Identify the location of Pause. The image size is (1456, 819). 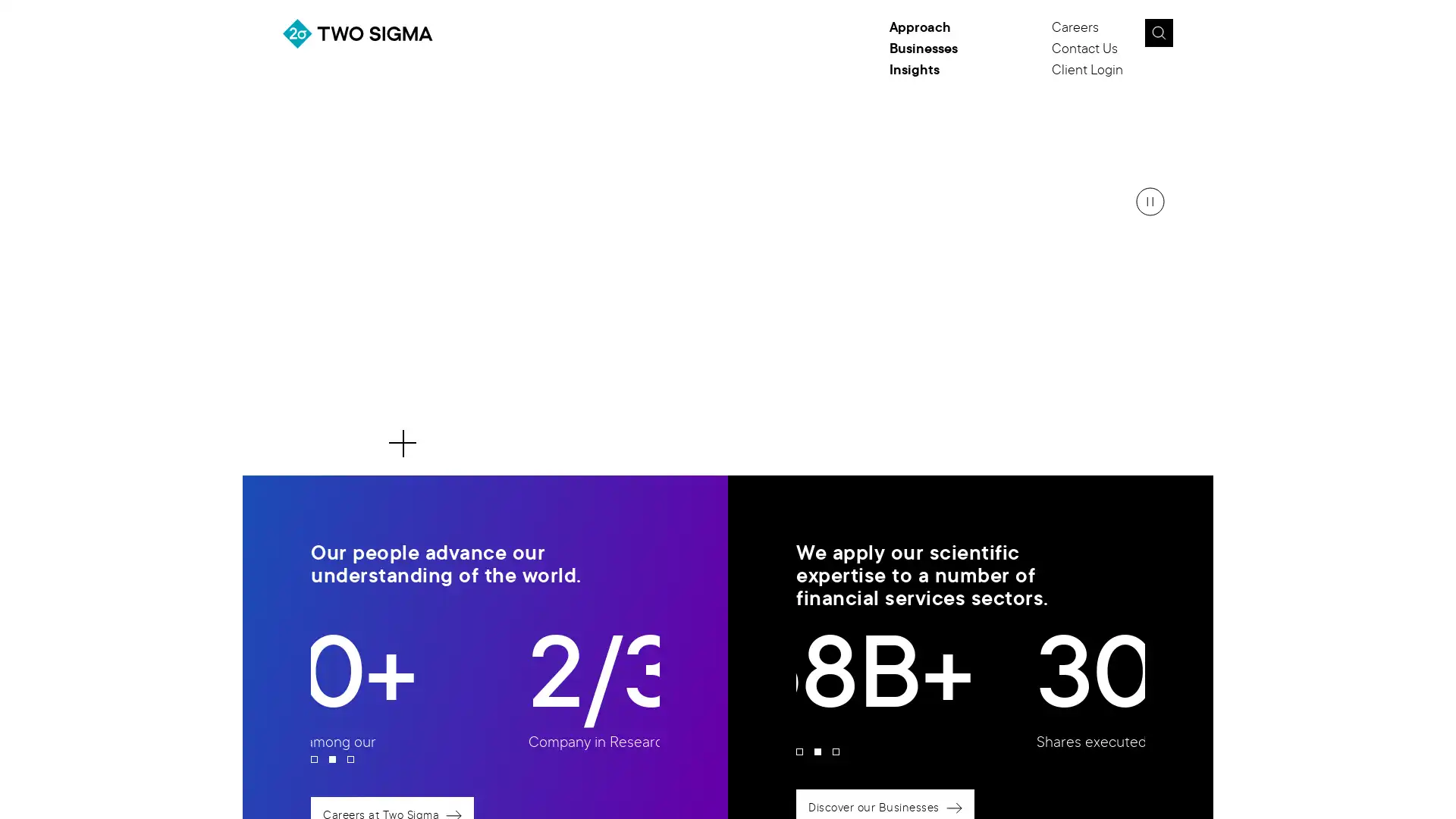
(1150, 201).